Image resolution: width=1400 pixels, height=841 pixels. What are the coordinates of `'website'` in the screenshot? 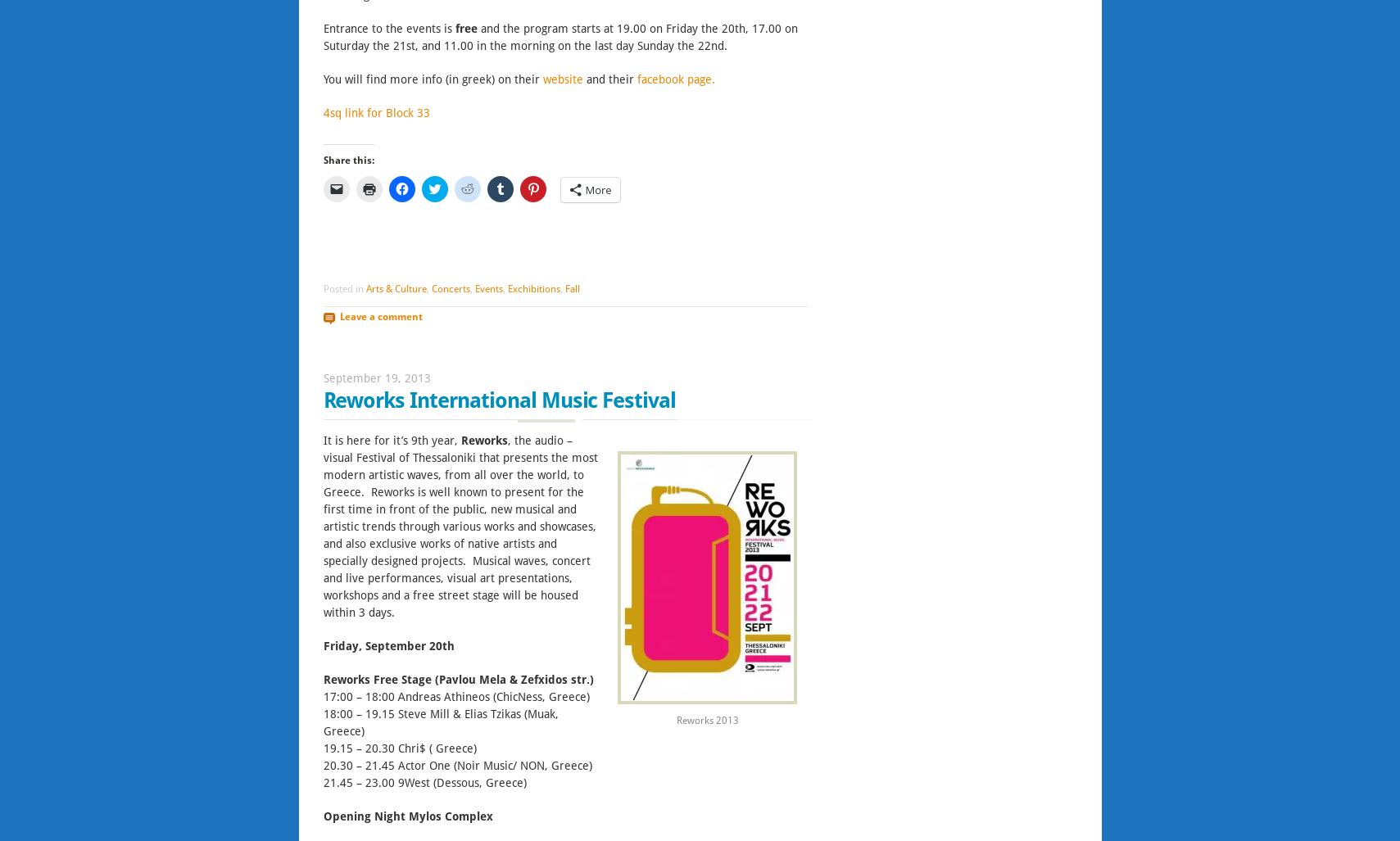 It's located at (561, 78).